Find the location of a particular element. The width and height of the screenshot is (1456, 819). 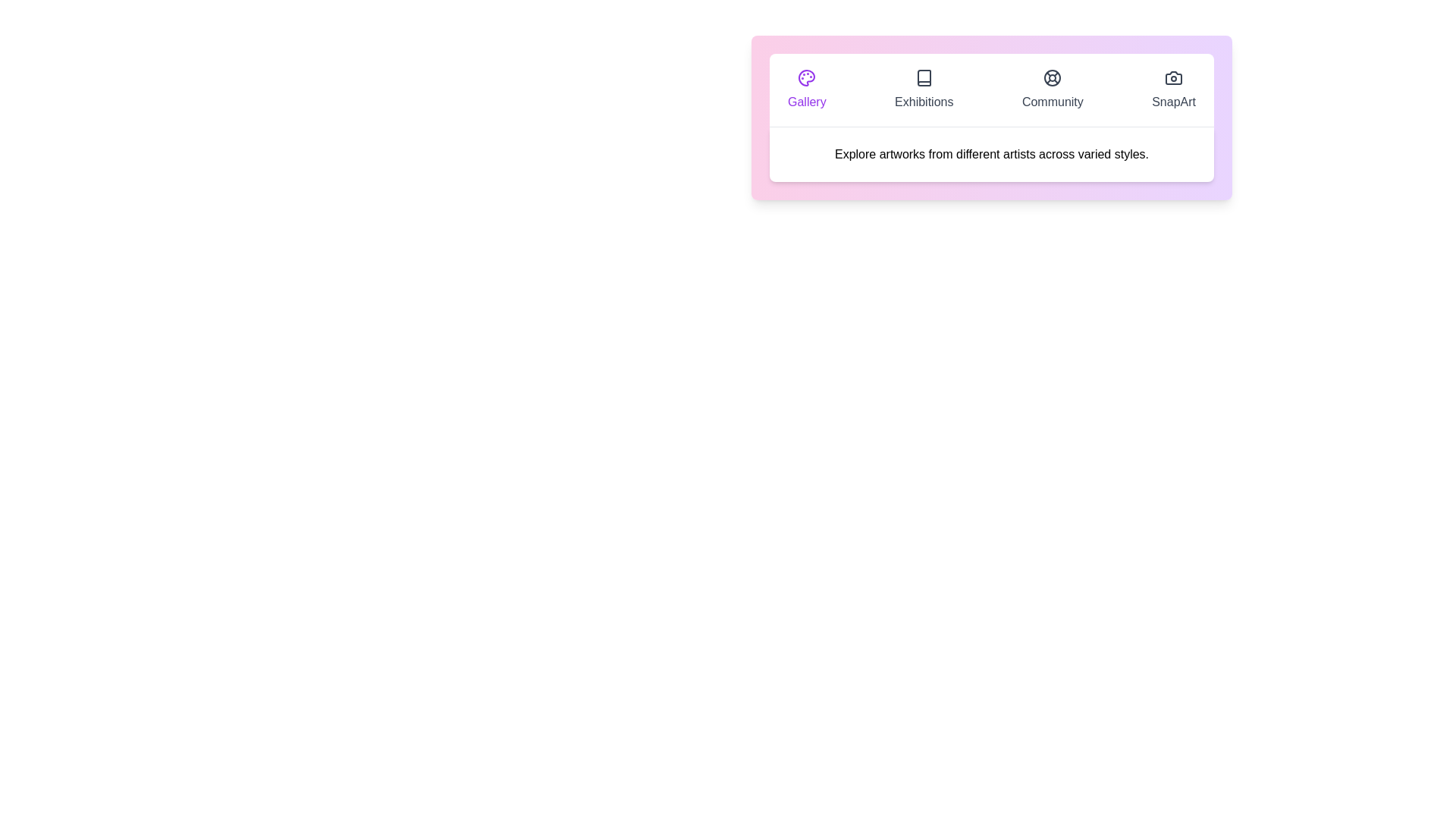

the tab labeled SnapArt is located at coordinates (1173, 90).